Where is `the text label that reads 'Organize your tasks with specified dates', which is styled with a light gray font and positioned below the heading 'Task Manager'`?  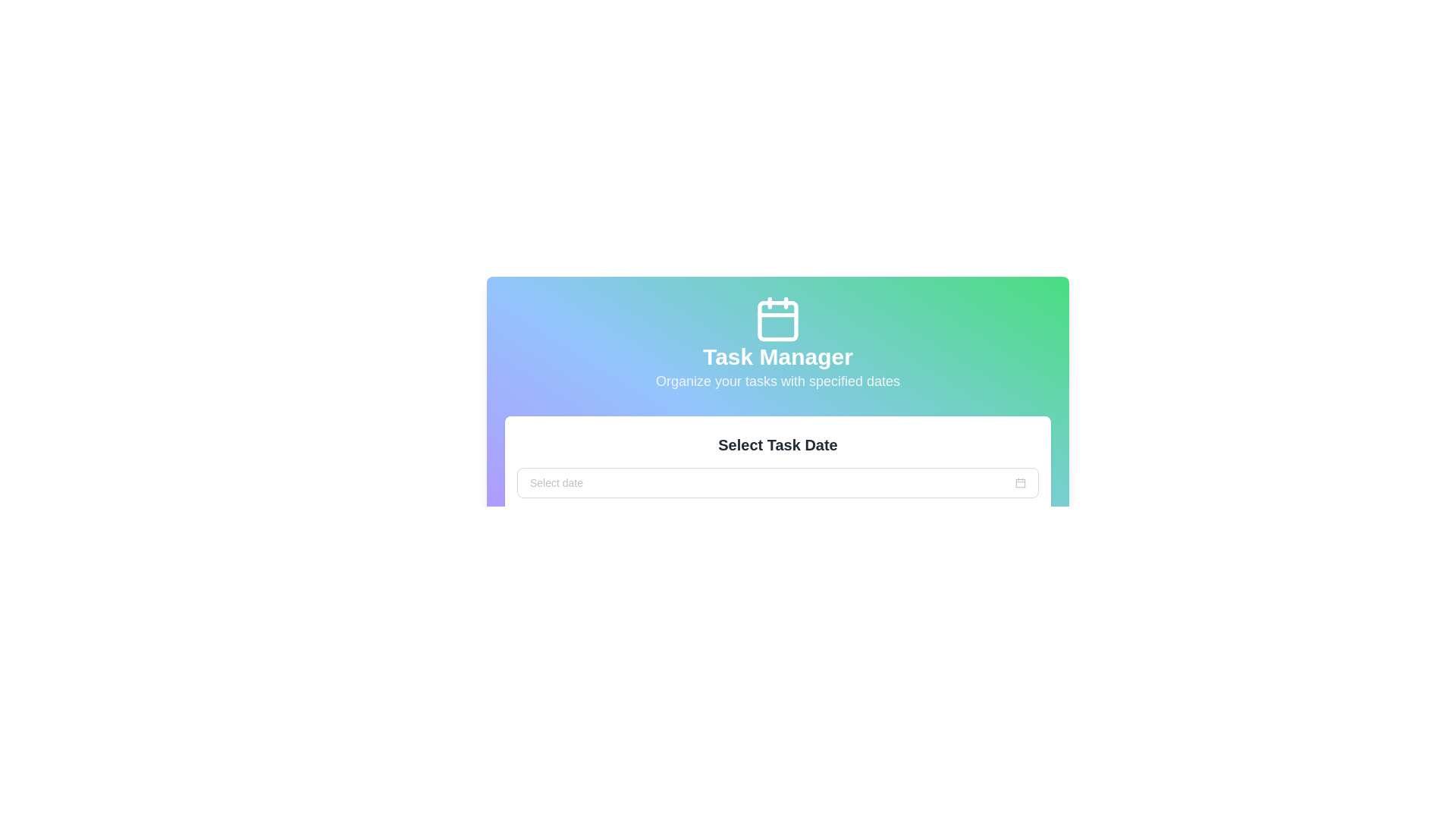
the text label that reads 'Organize your tasks with specified dates', which is styled with a light gray font and positioned below the heading 'Task Manager' is located at coordinates (778, 380).